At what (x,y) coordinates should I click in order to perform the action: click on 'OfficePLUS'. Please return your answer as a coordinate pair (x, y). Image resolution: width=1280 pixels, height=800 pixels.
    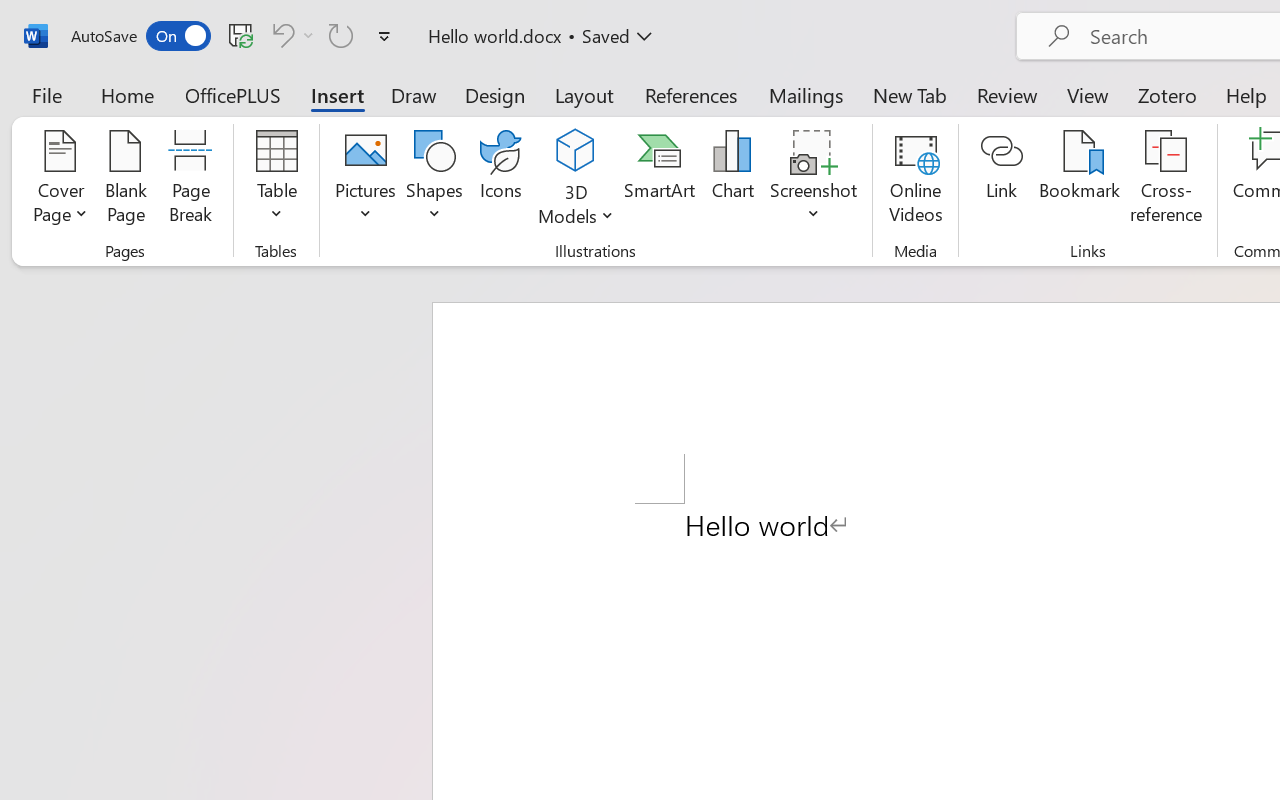
    Looking at the image, I should click on (233, 94).